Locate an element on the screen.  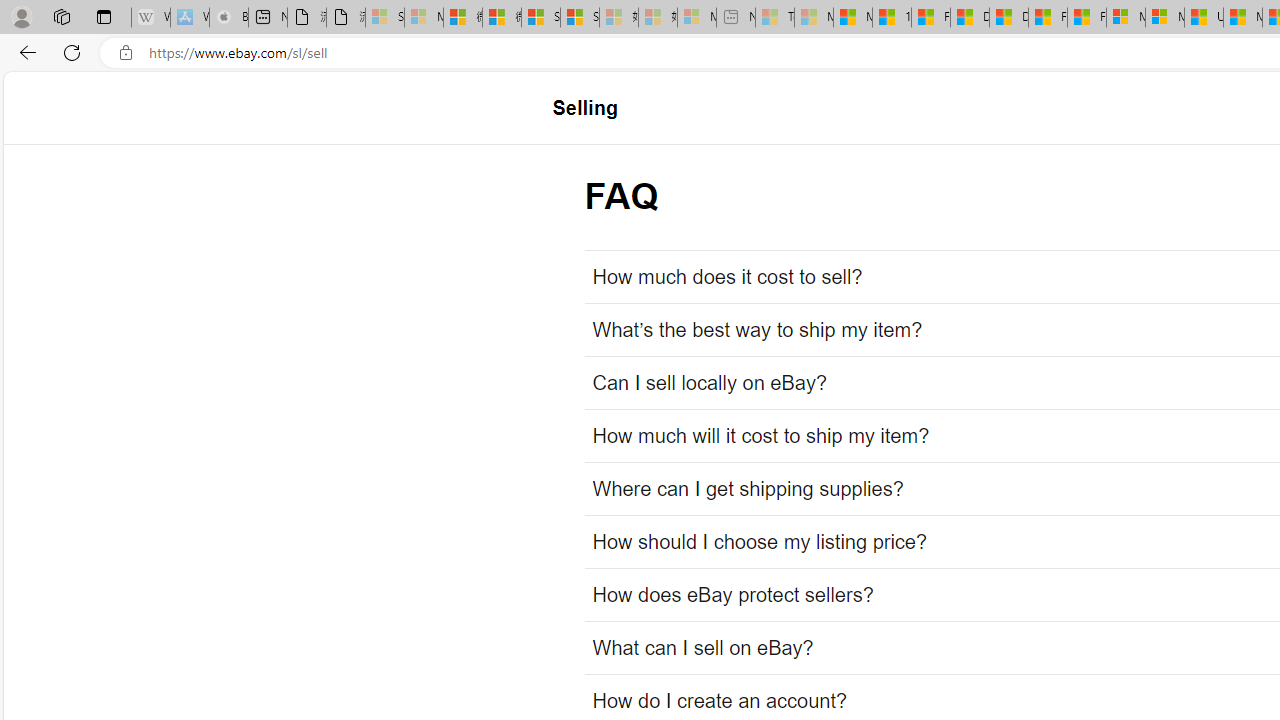
'Buy iPad - Apple - Sleeping' is located at coordinates (229, 17).